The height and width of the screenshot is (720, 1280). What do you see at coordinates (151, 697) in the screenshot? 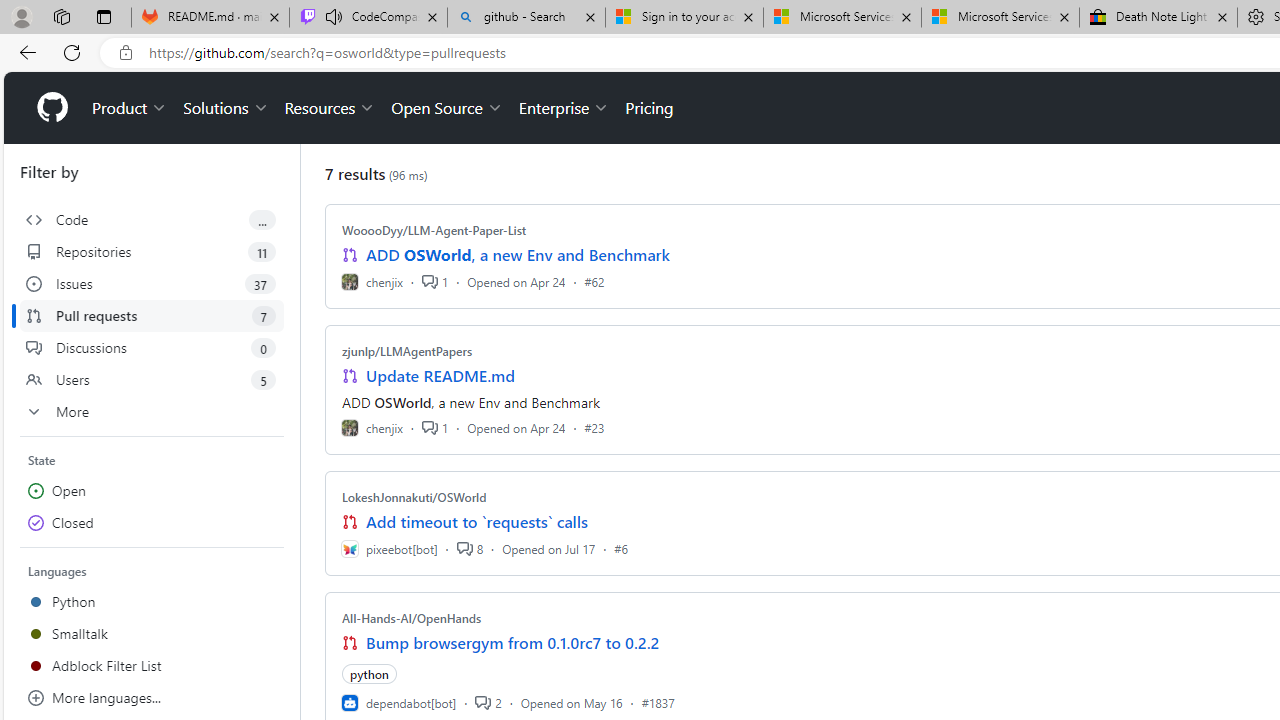
I see `'More languages...'` at bounding box center [151, 697].